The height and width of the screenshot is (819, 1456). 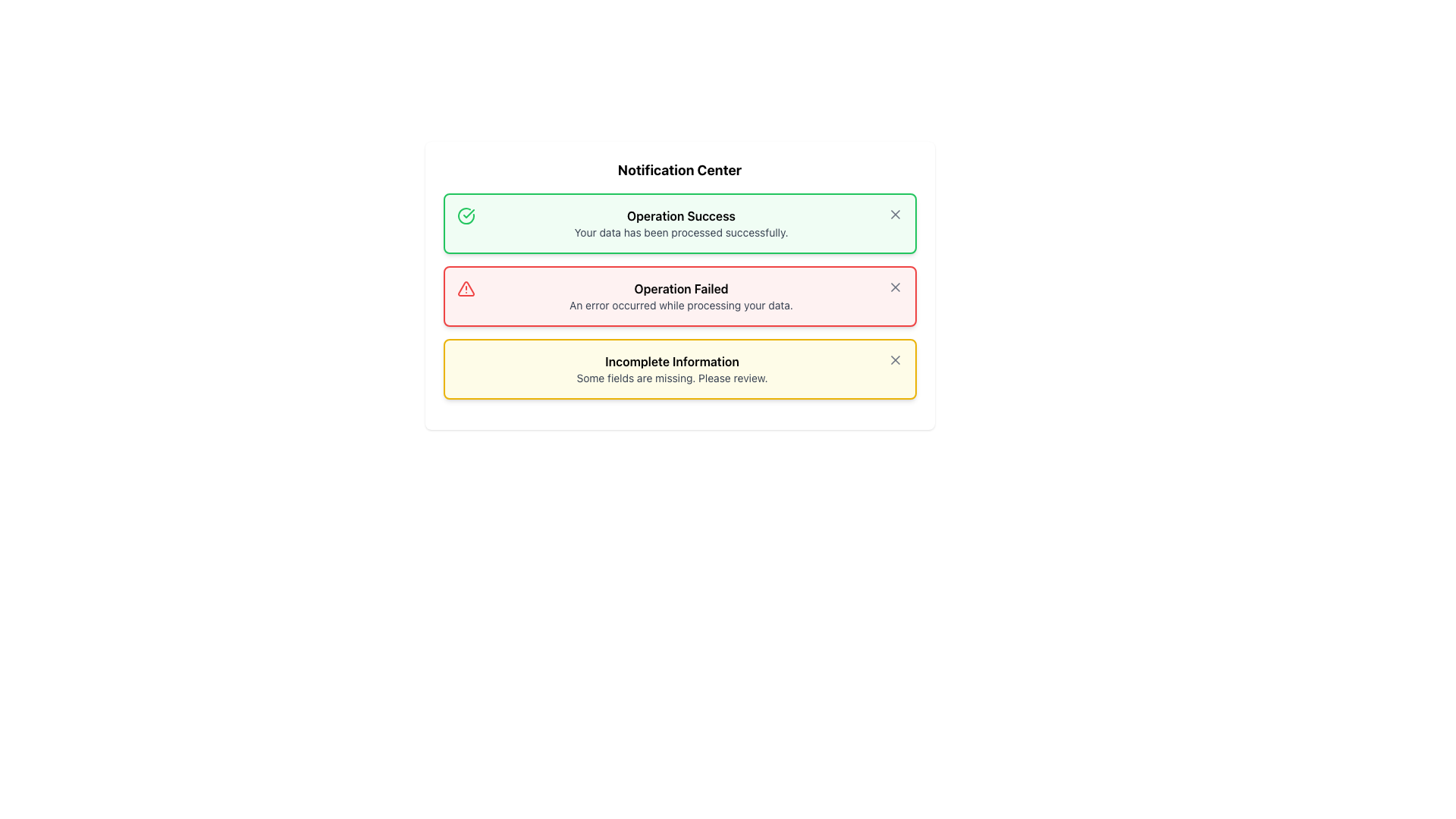 What do you see at coordinates (671, 369) in the screenshot?
I see `the static text block that provides a notification message about missing fields, located in the third notification box with a yellow border in the notification center` at bounding box center [671, 369].